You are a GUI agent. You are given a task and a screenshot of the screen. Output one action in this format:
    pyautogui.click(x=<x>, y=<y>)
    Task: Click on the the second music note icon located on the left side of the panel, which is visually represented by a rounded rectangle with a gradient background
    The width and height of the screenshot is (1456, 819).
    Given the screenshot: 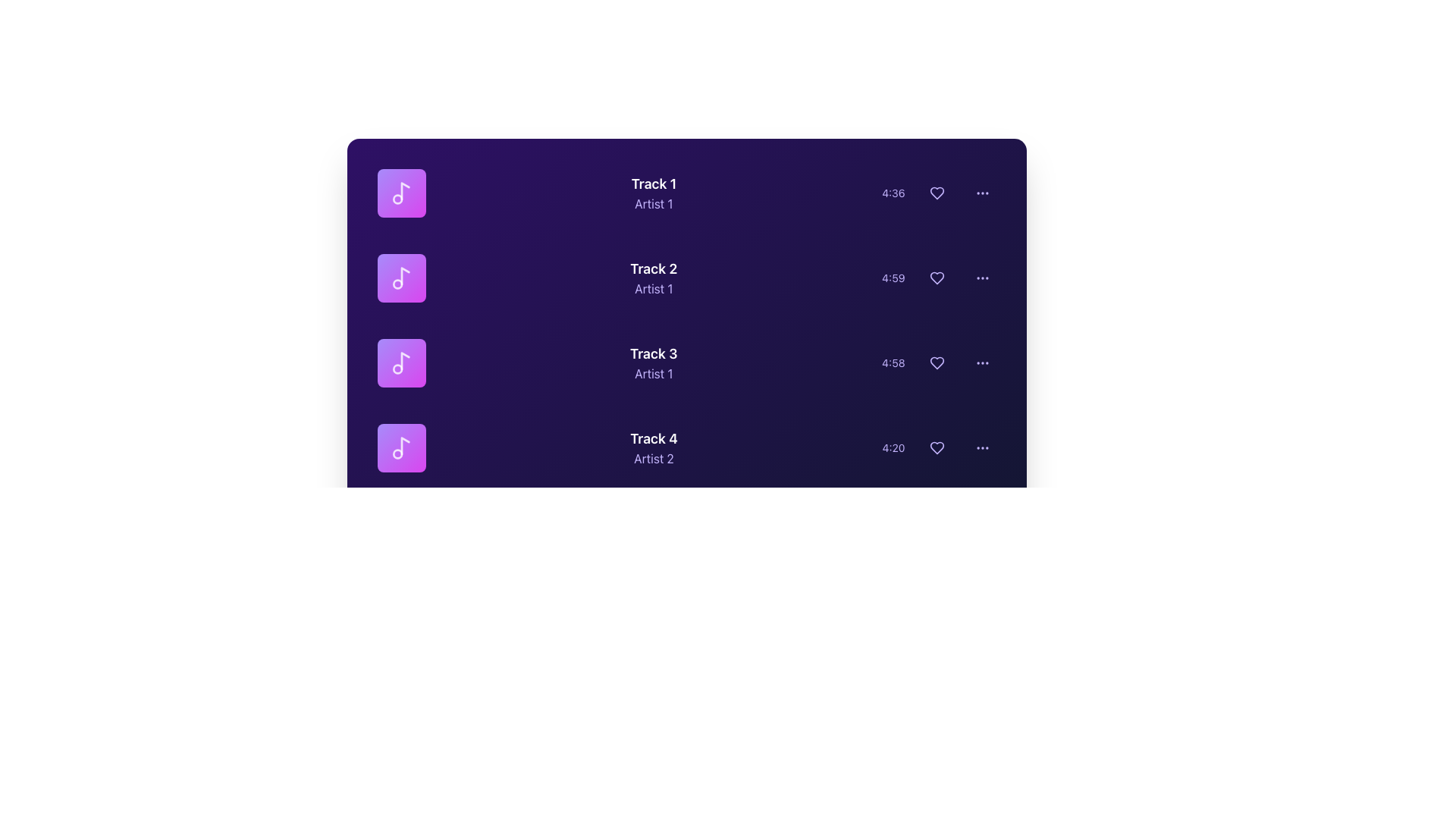 What is the action you would take?
    pyautogui.click(x=401, y=278)
    